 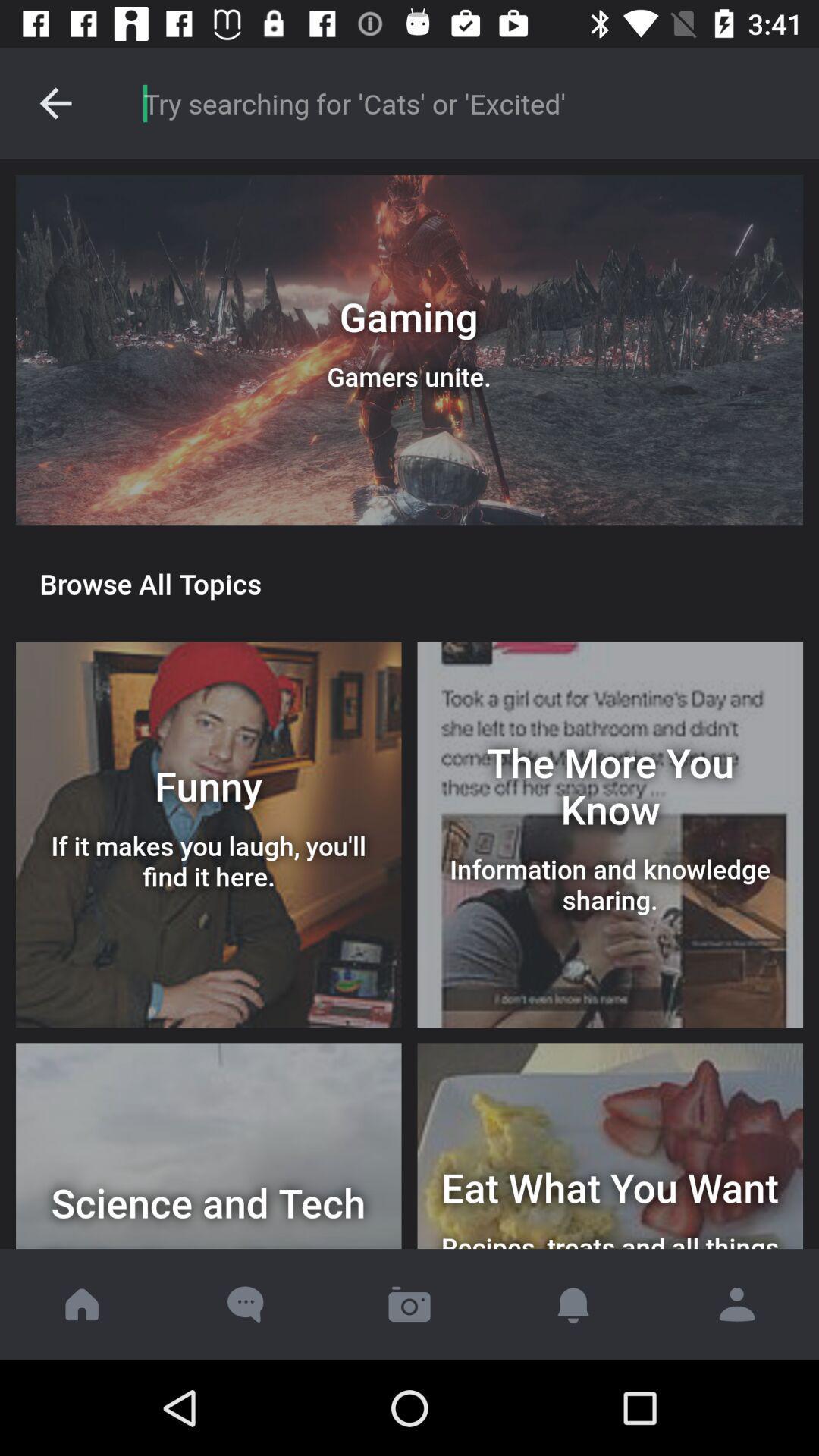 I want to click on the avatar icon, so click(x=736, y=1304).